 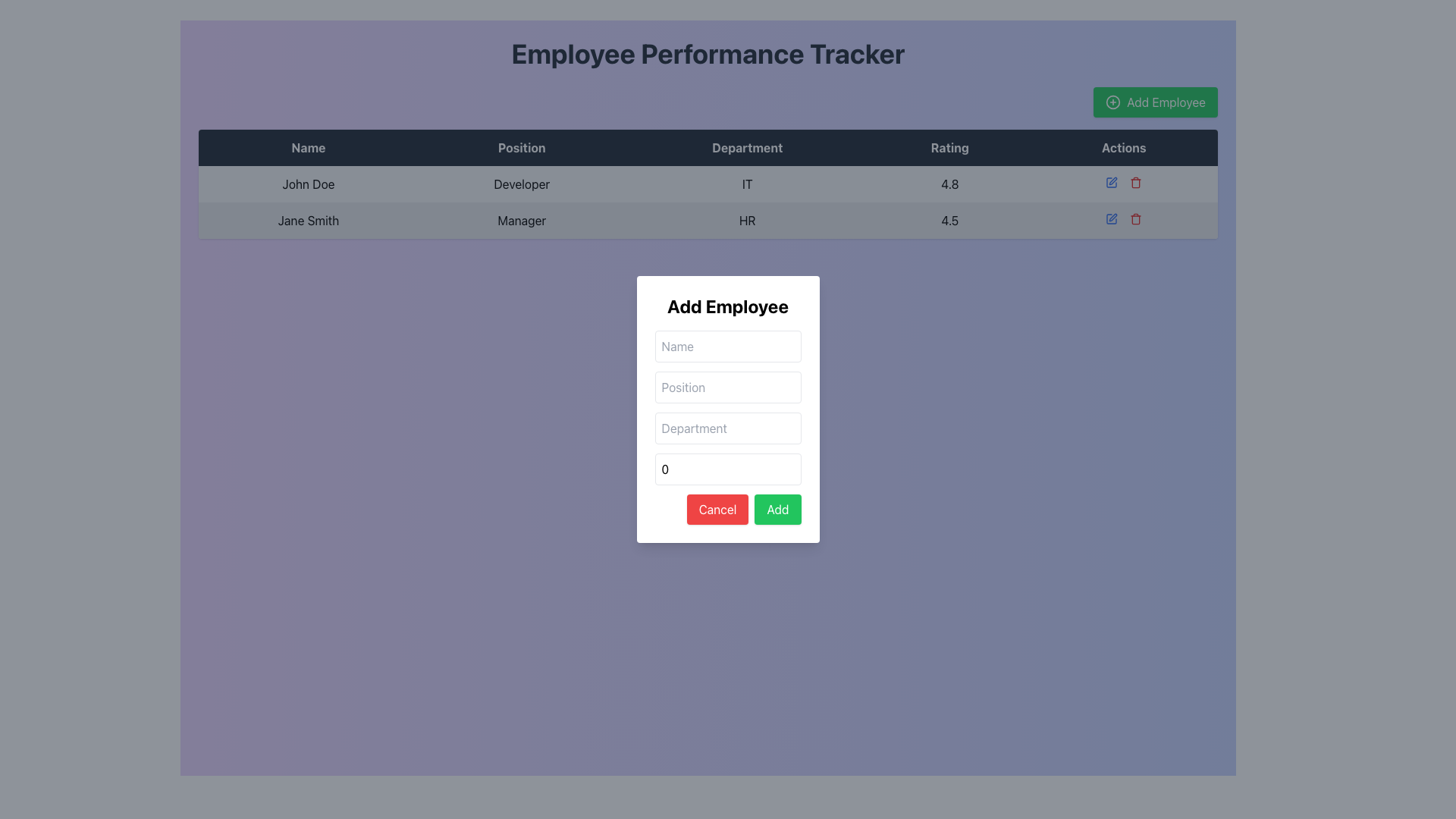 I want to click on the 'Manager' text label in the 'Position' column of the Employee Performance Tracker table, which is minimalist and black in color, so click(x=522, y=220).